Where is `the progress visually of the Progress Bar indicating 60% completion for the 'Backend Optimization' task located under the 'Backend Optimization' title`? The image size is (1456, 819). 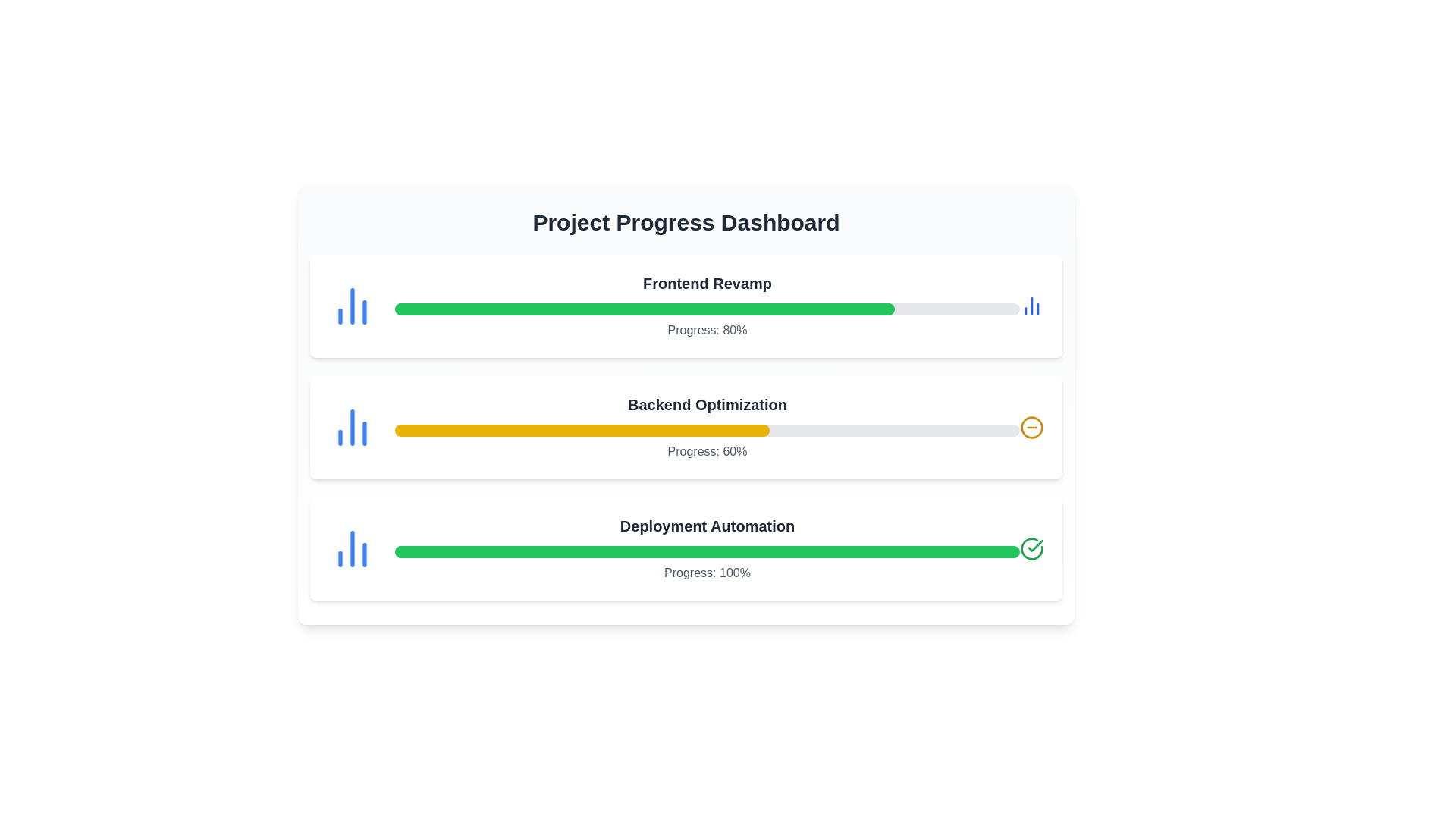 the progress visually of the Progress Bar indicating 60% completion for the 'Backend Optimization' task located under the 'Backend Optimization' title is located at coordinates (706, 430).